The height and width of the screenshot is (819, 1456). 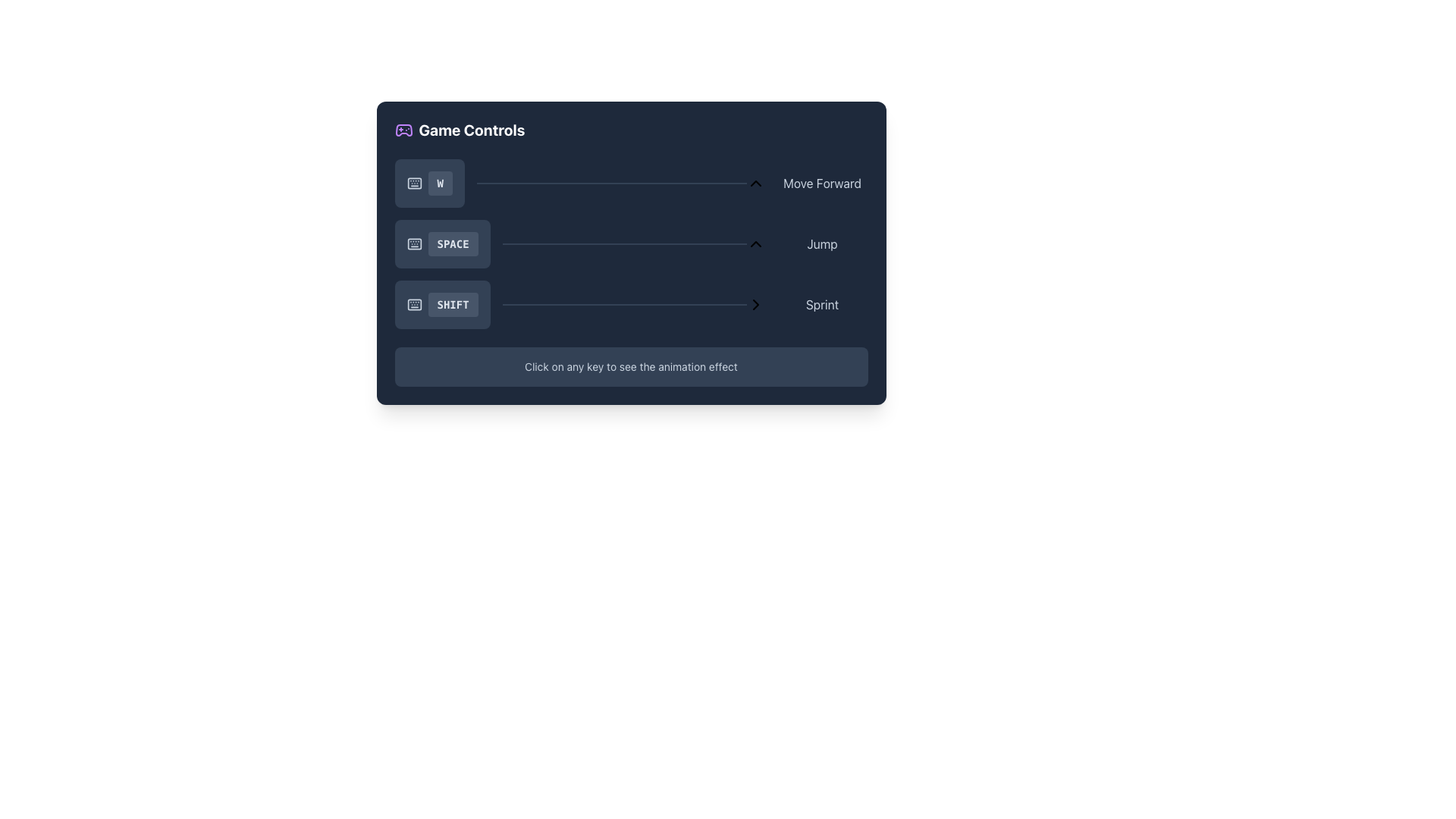 What do you see at coordinates (631, 366) in the screenshot?
I see `the instructional text label located at the bottom of the 'Game Controls' section, which guides the user about triggering an animation effect through key presses` at bounding box center [631, 366].